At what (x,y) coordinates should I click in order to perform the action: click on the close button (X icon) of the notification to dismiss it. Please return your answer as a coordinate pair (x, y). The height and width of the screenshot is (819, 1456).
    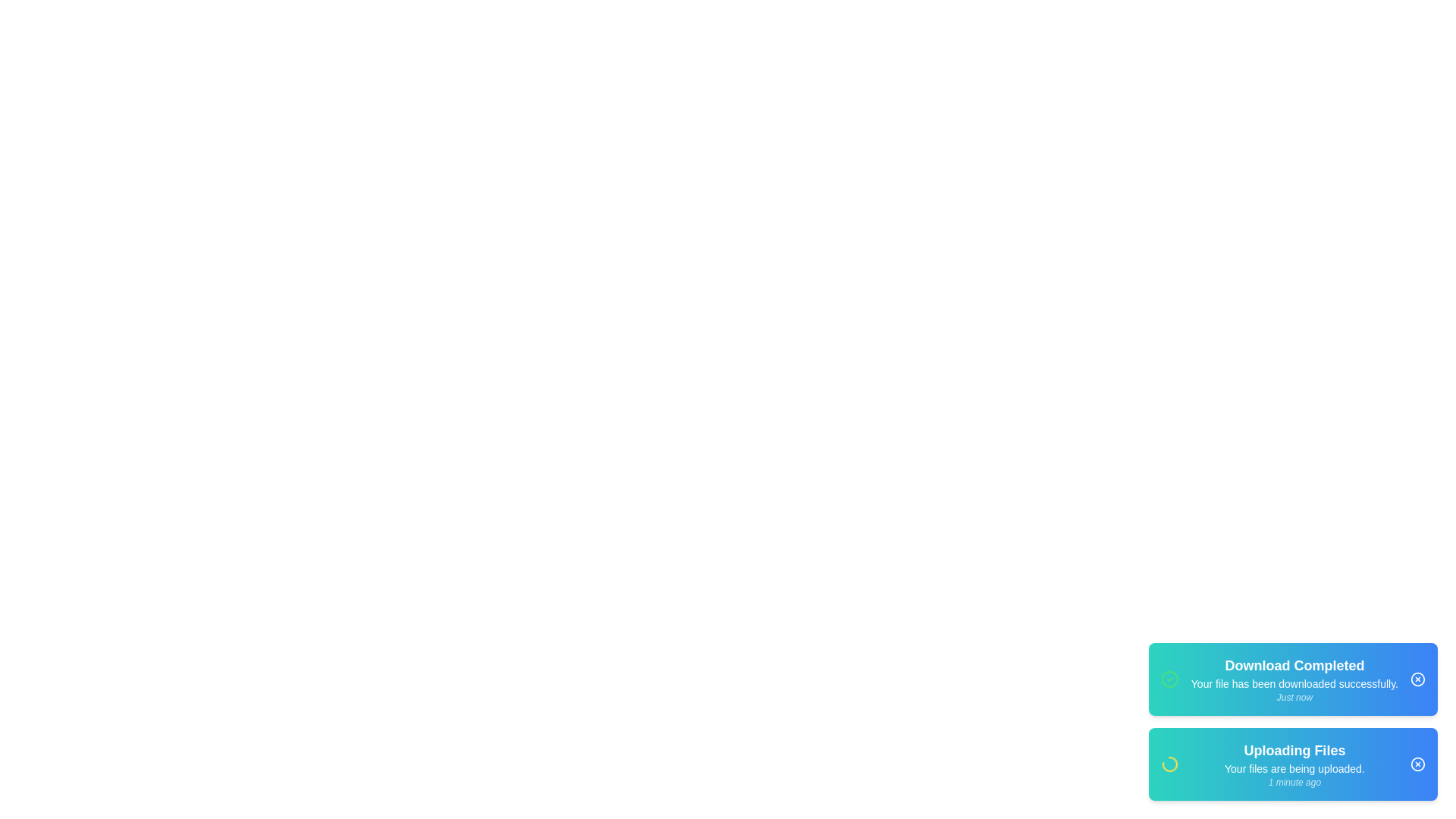
    Looking at the image, I should click on (1417, 678).